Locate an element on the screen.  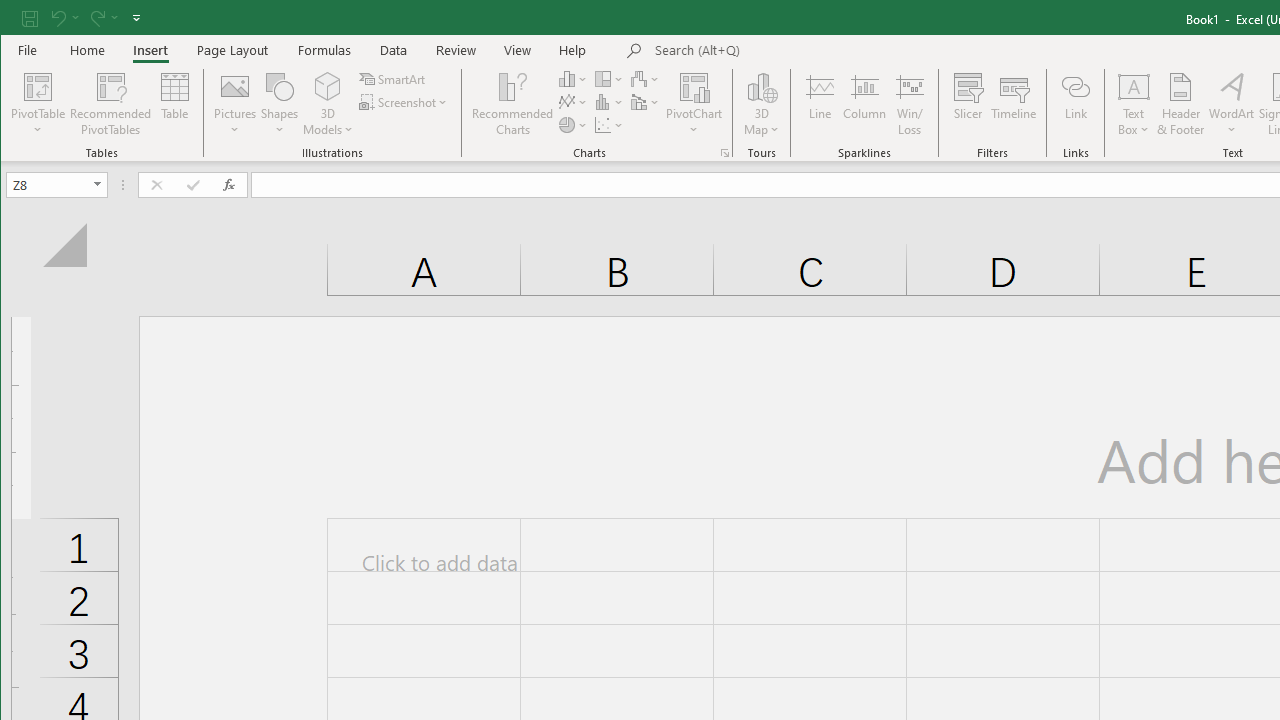
'PivotChart' is located at coordinates (694, 104).